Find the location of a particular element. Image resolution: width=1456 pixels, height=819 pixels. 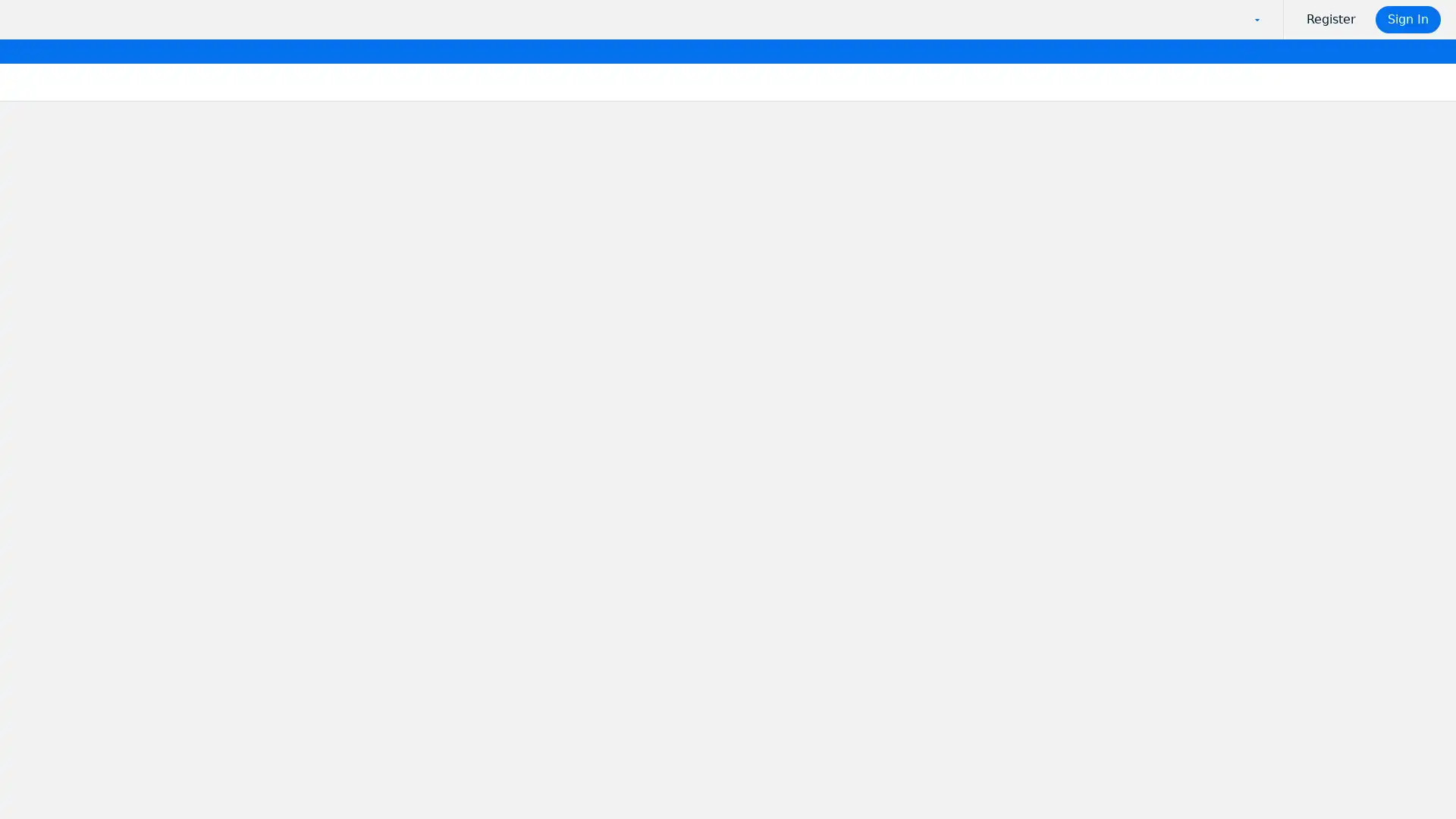

Register is located at coordinates (1335, 20).